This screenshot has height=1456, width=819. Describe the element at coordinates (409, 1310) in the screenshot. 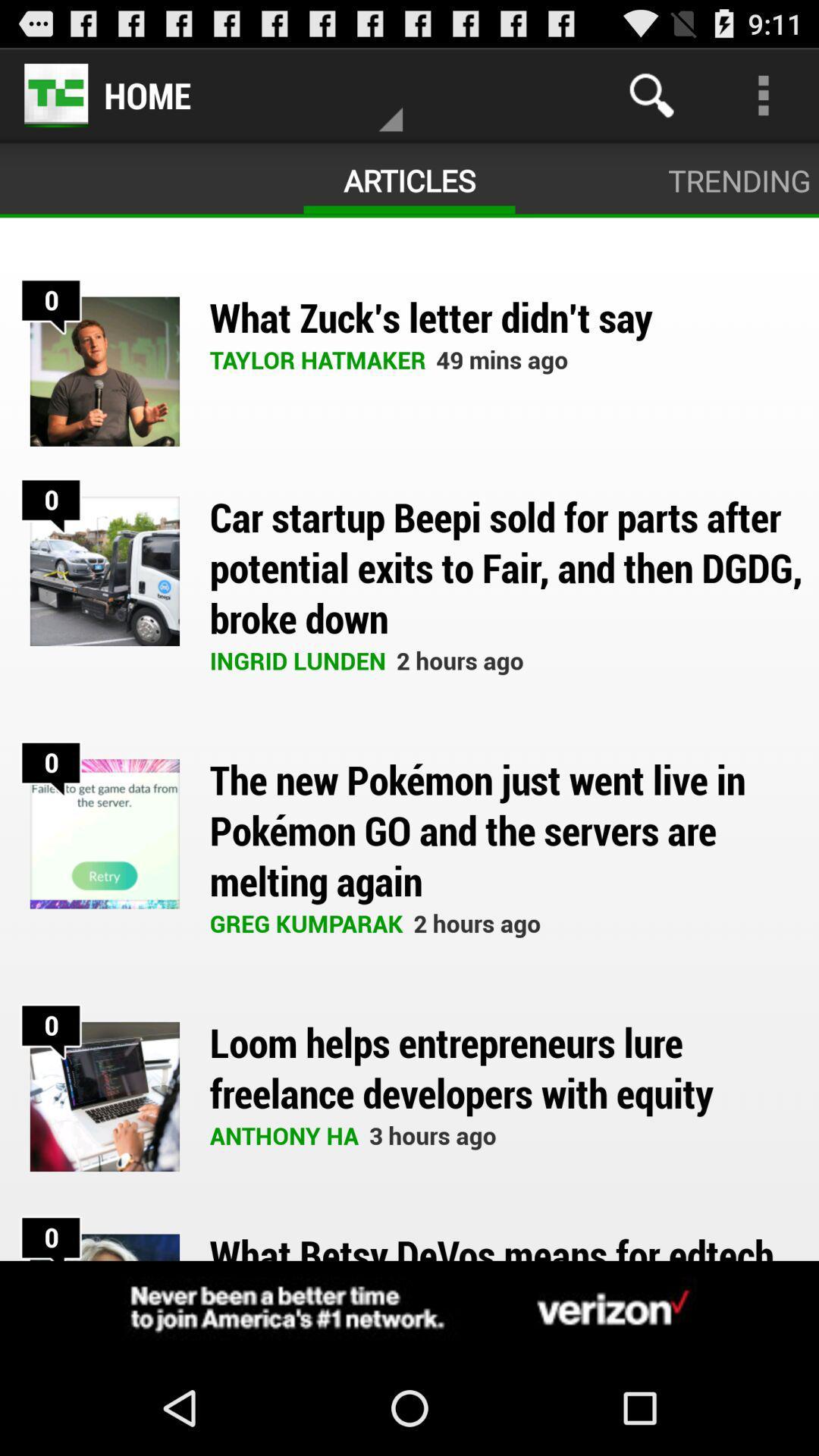

I see `advertisement page` at that location.